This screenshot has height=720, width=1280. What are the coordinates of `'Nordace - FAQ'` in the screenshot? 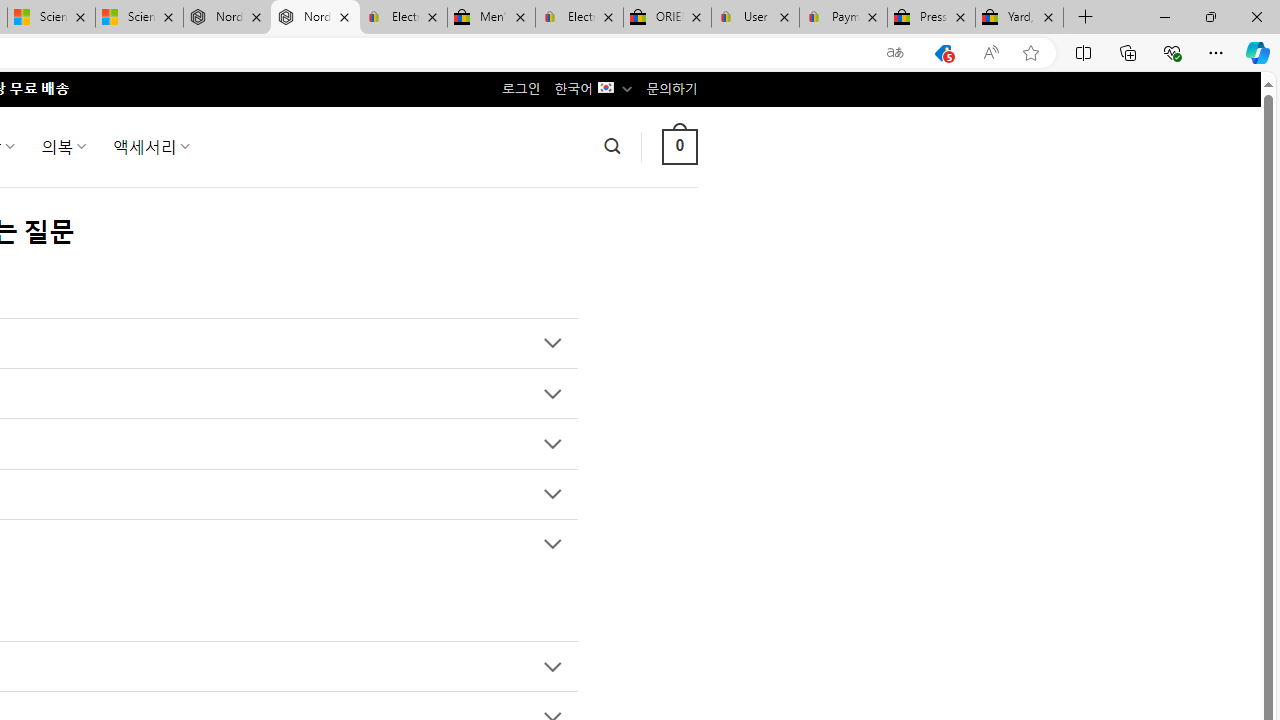 It's located at (314, 17).